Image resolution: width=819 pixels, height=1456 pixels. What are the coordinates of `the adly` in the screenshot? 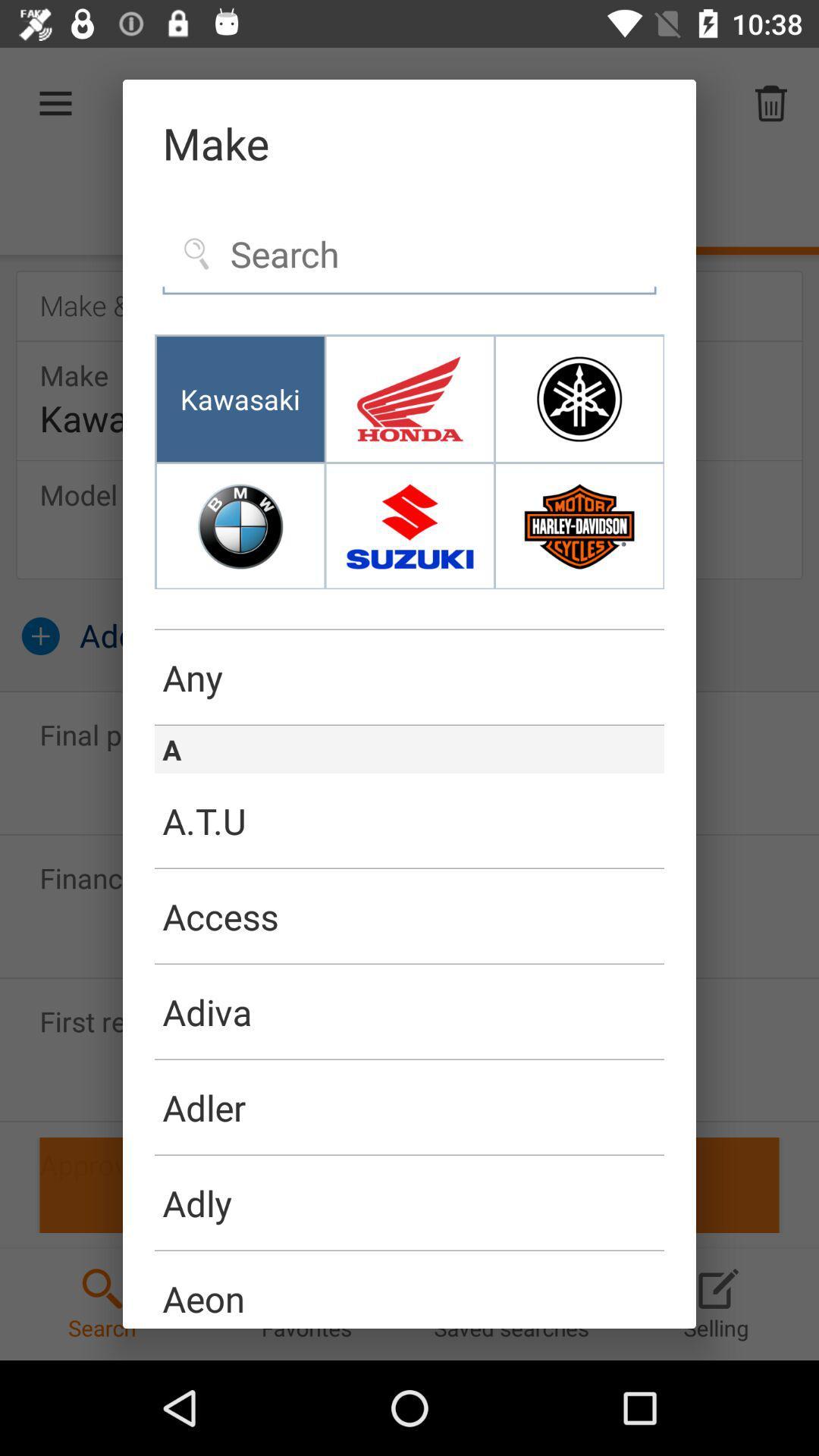 It's located at (409, 1203).